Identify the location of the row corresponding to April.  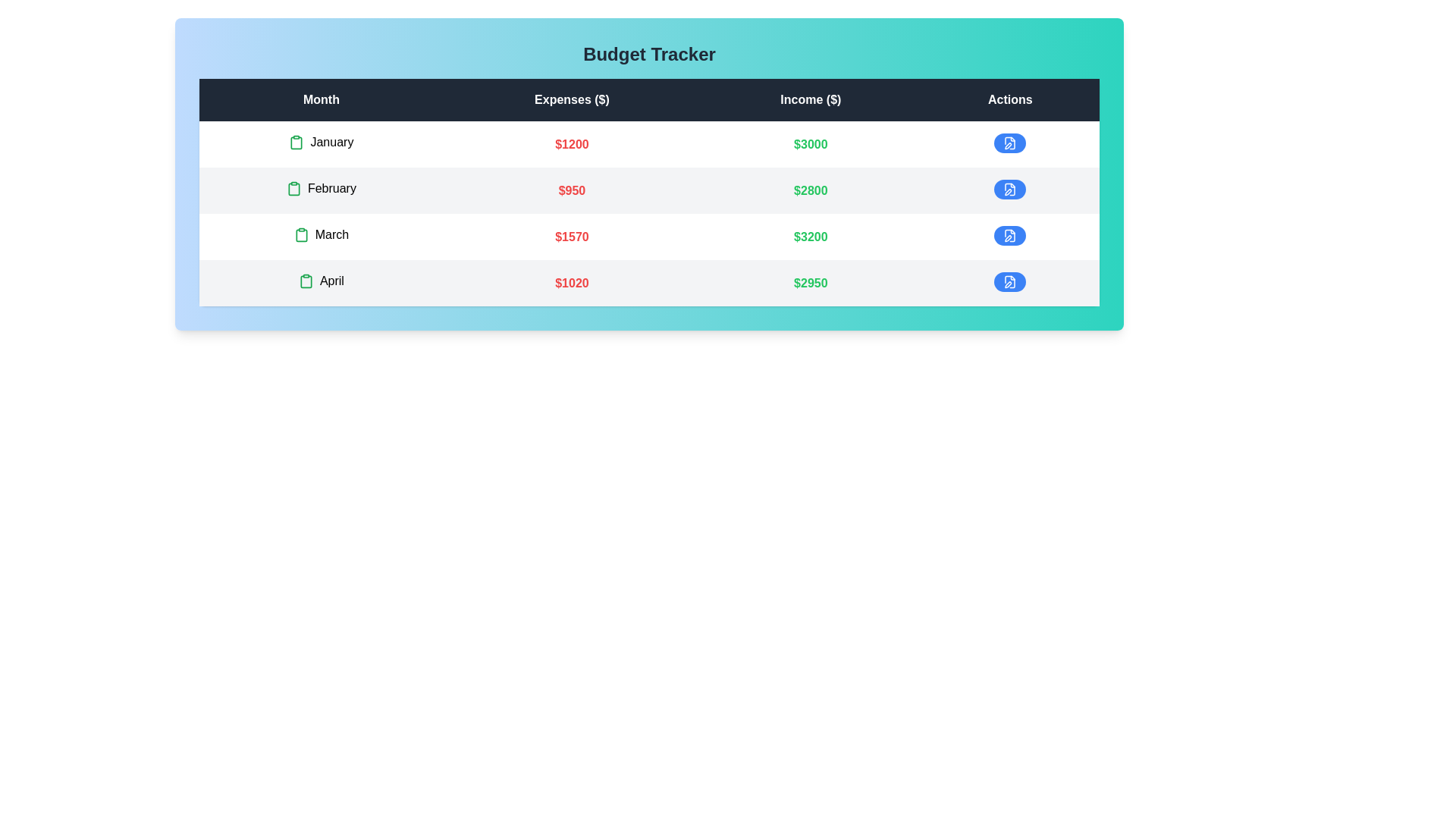
(649, 283).